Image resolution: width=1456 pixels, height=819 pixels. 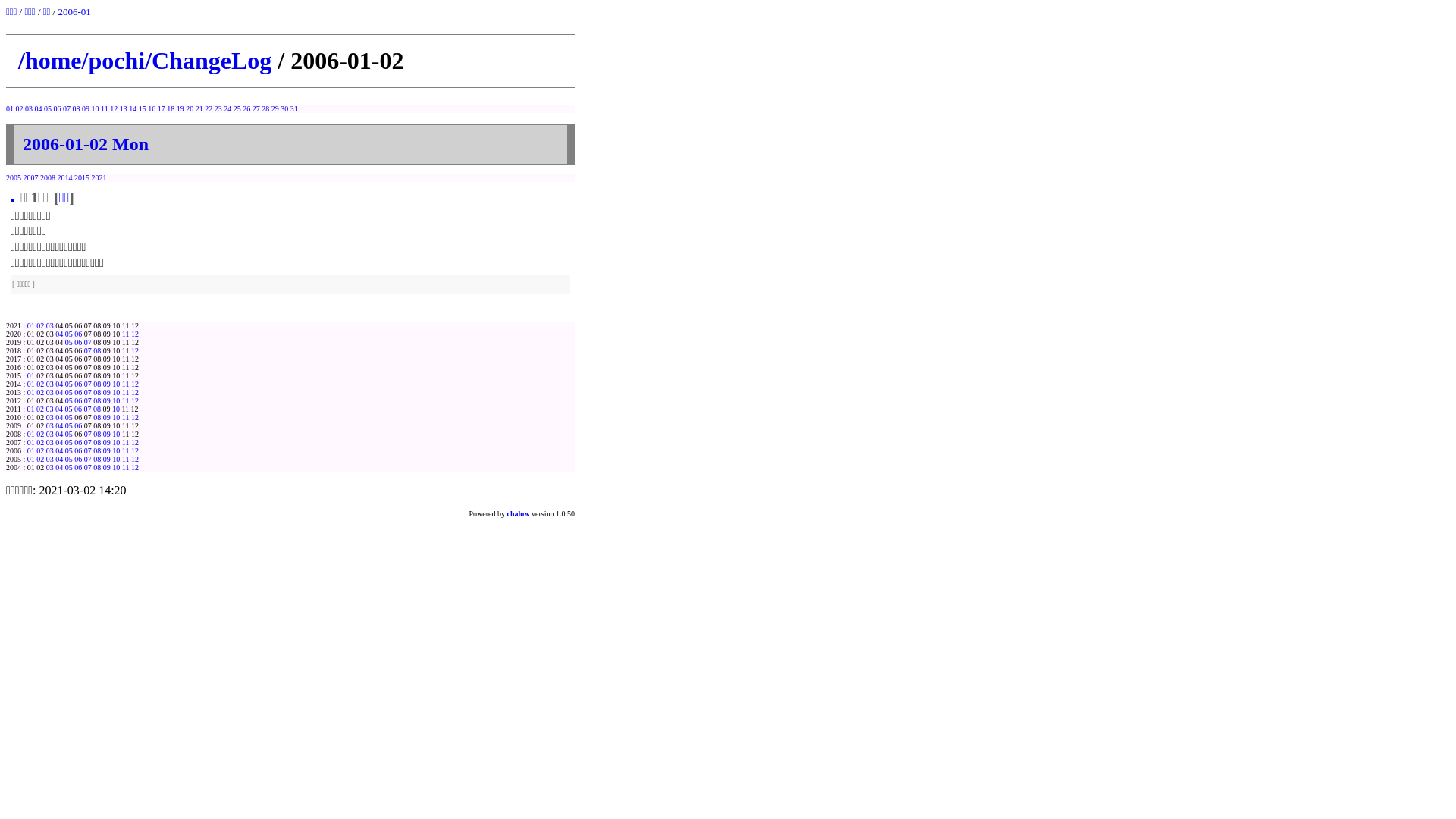 What do you see at coordinates (111, 400) in the screenshot?
I see `'10'` at bounding box center [111, 400].